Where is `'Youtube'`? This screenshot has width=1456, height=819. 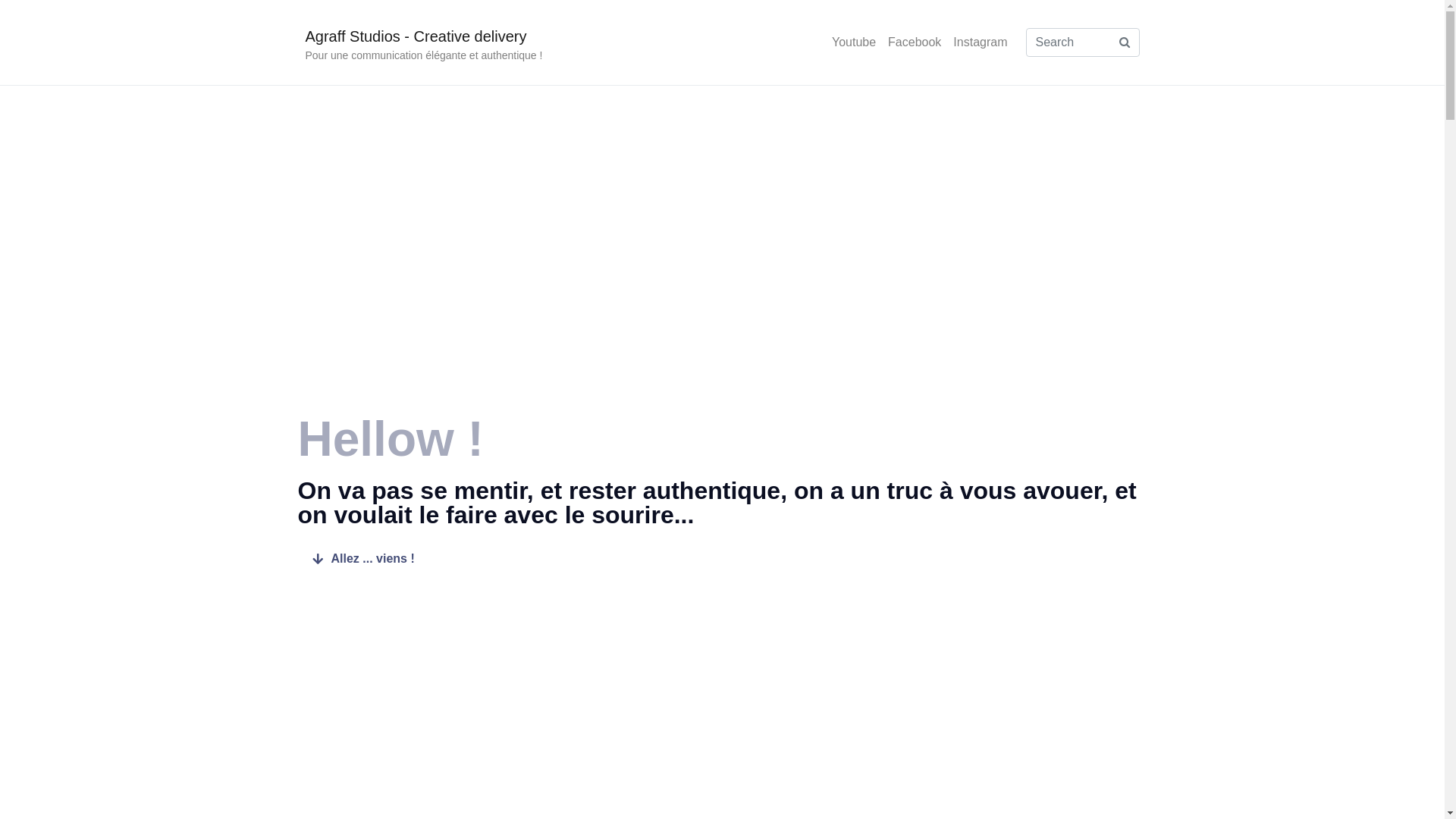
'Youtube' is located at coordinates (854, 42).